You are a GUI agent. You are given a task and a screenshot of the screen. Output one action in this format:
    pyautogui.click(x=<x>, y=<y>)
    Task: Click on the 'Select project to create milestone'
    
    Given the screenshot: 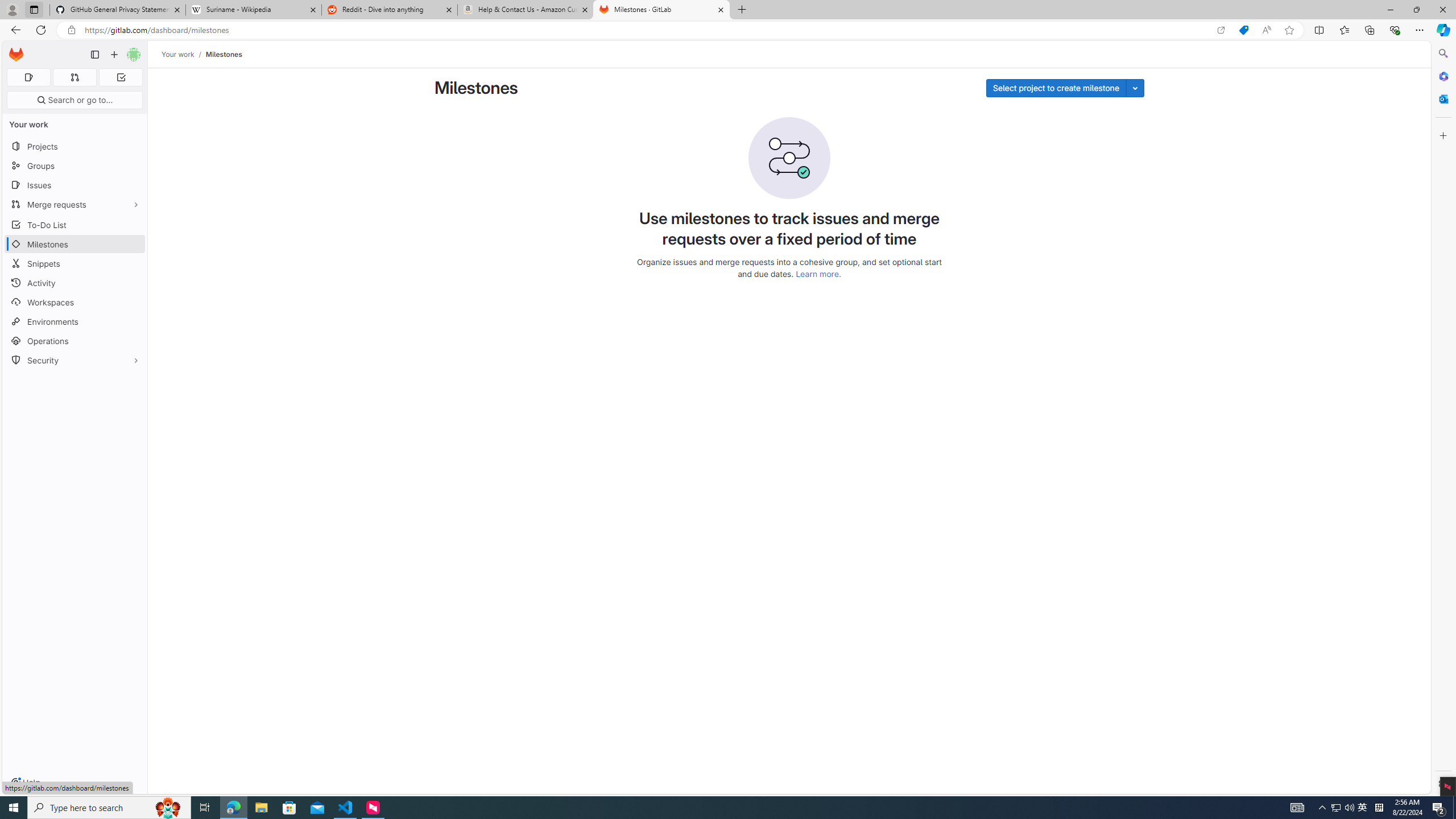 What is the action you would take?
    pyautogui.click(x=1055, y=87)
    